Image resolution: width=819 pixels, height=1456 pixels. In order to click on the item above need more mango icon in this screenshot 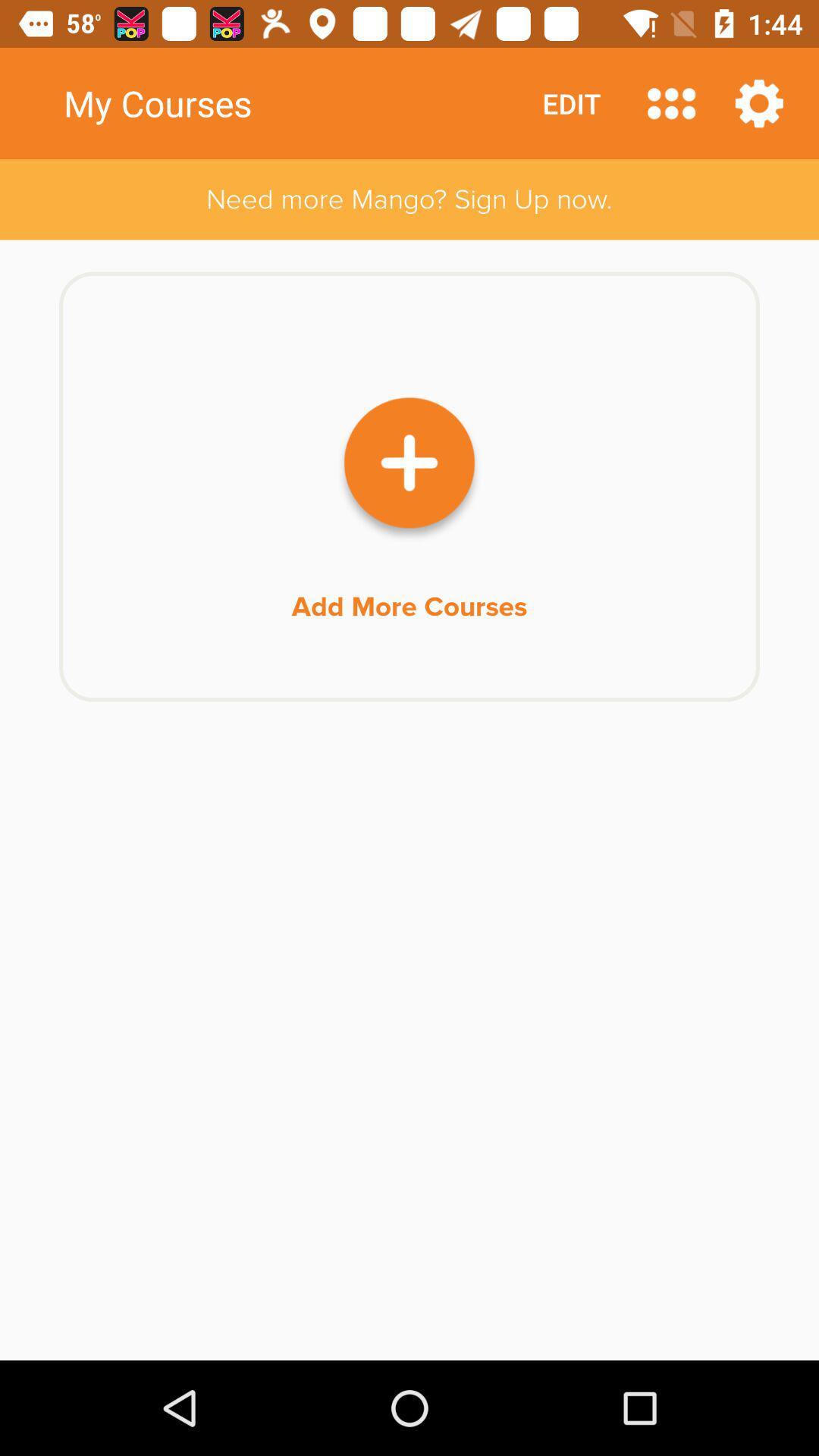, I will do `click(670, 102)`.